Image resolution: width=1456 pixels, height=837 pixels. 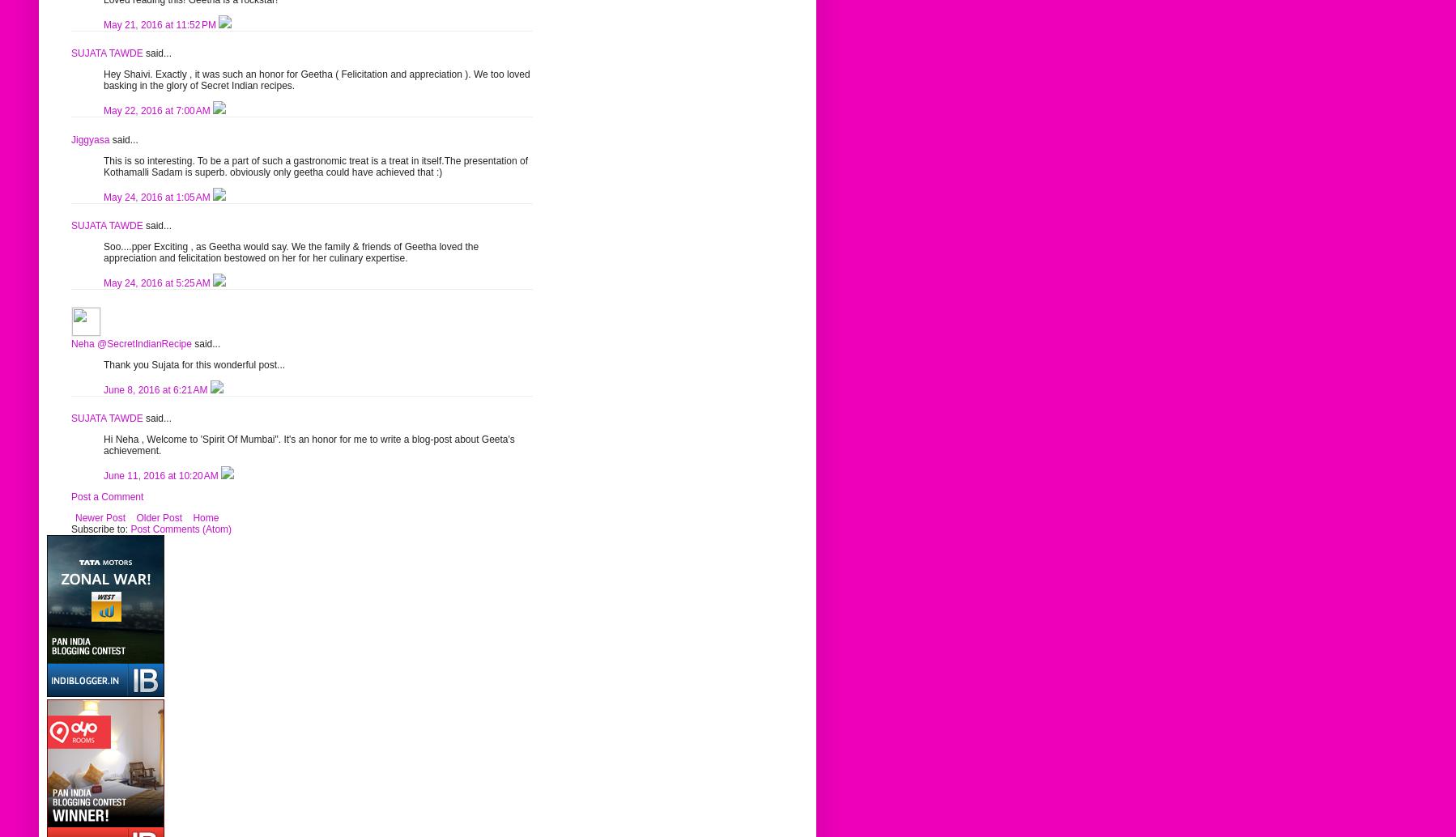 What do you see at coordinates (308, 444) in the screenshot?
I see `'Hi Neha , Welcome to 'Spirit Of Mumbai". It's an honor for me to write a blog-post about Geeta's achievement.'` at bounding box center [308, 444].